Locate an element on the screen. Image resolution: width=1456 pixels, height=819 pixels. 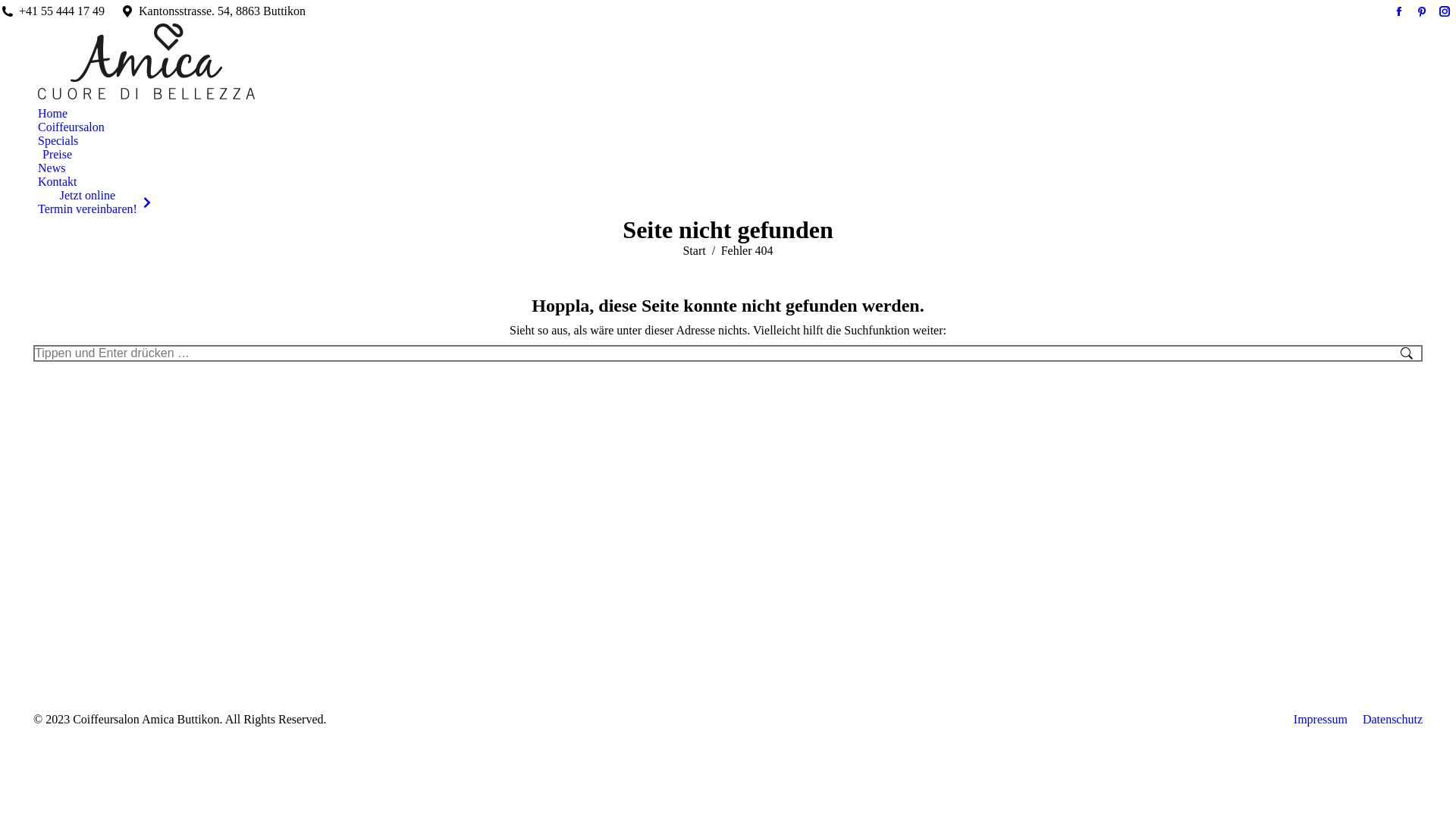
'News' is located at coordinates (51, 168).